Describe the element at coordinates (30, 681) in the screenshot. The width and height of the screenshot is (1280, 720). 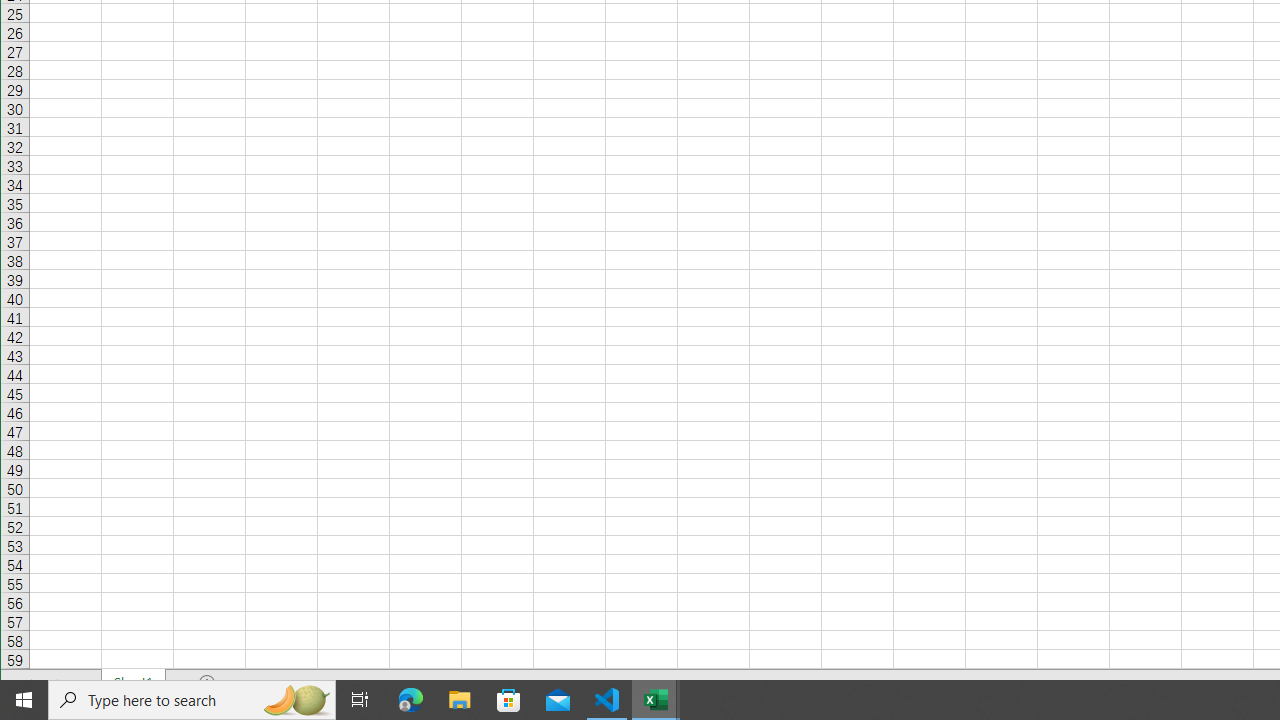
I see `'Scroll Left'` at that location.